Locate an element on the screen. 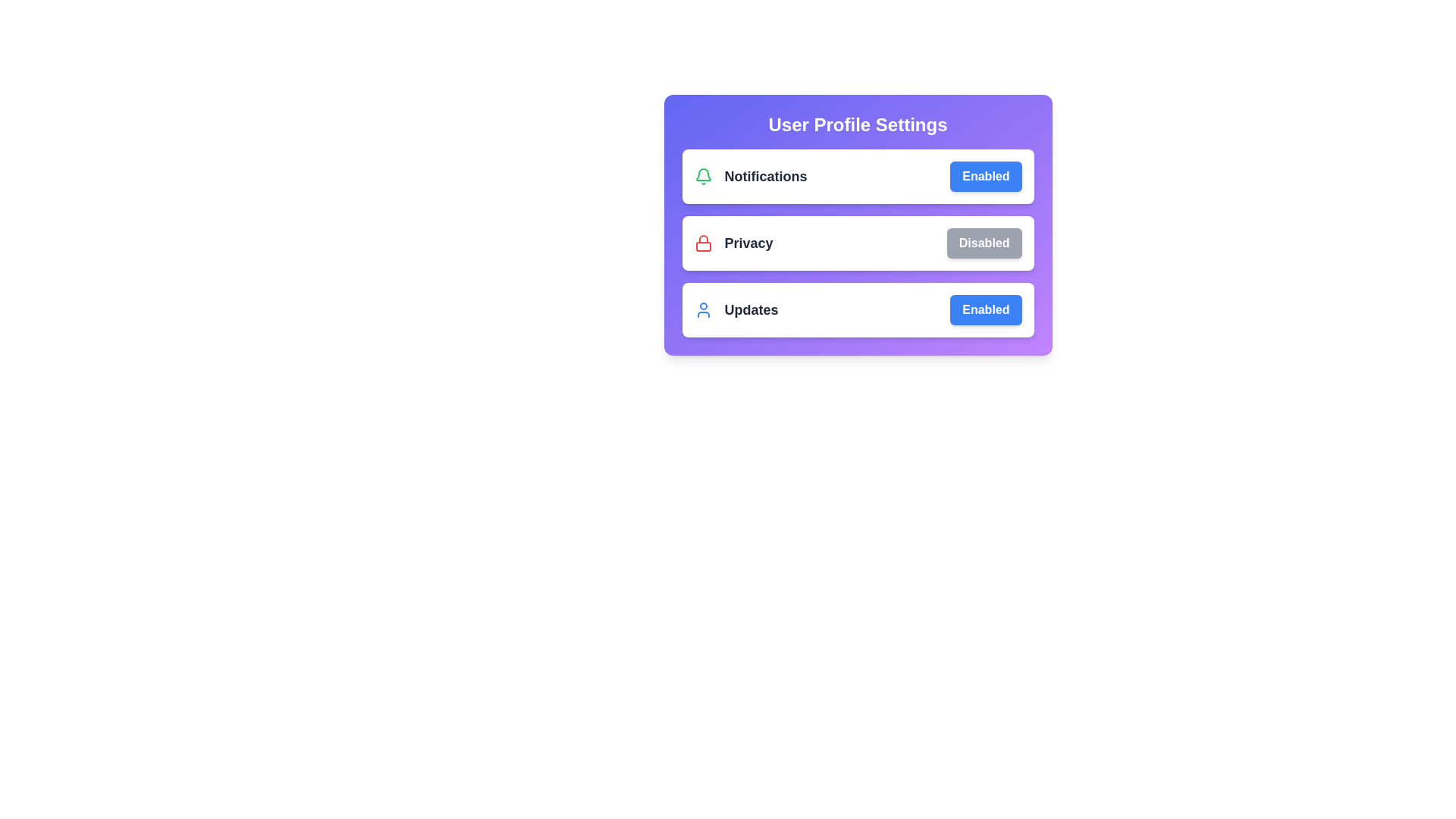 The height and width of the screenshot is (819, 1456). the 'Disabled' button for the 'Privacy' setting to toggle its state is located at coordinates (984, 242).